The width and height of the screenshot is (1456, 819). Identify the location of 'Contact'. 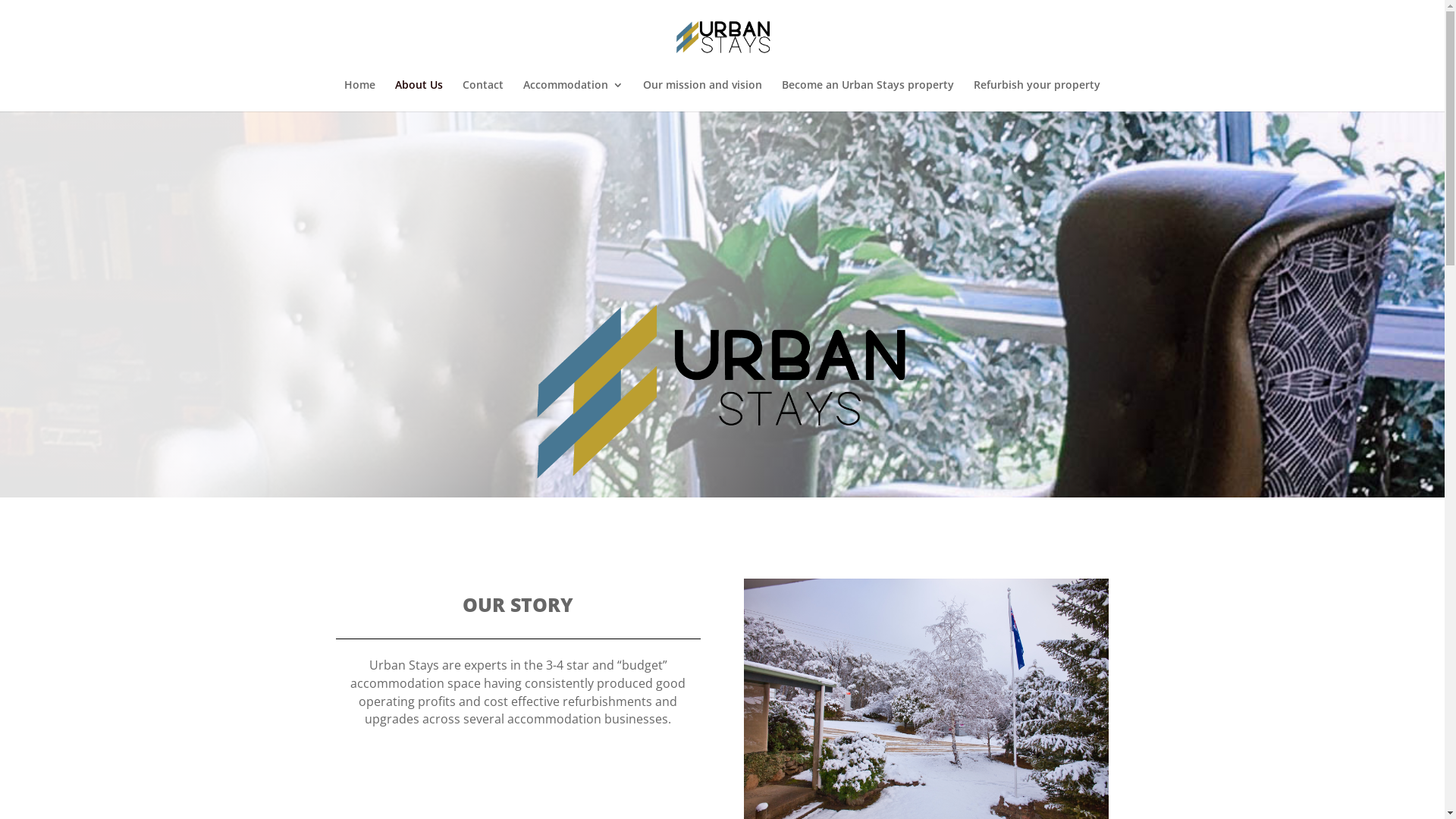
(482, 96).